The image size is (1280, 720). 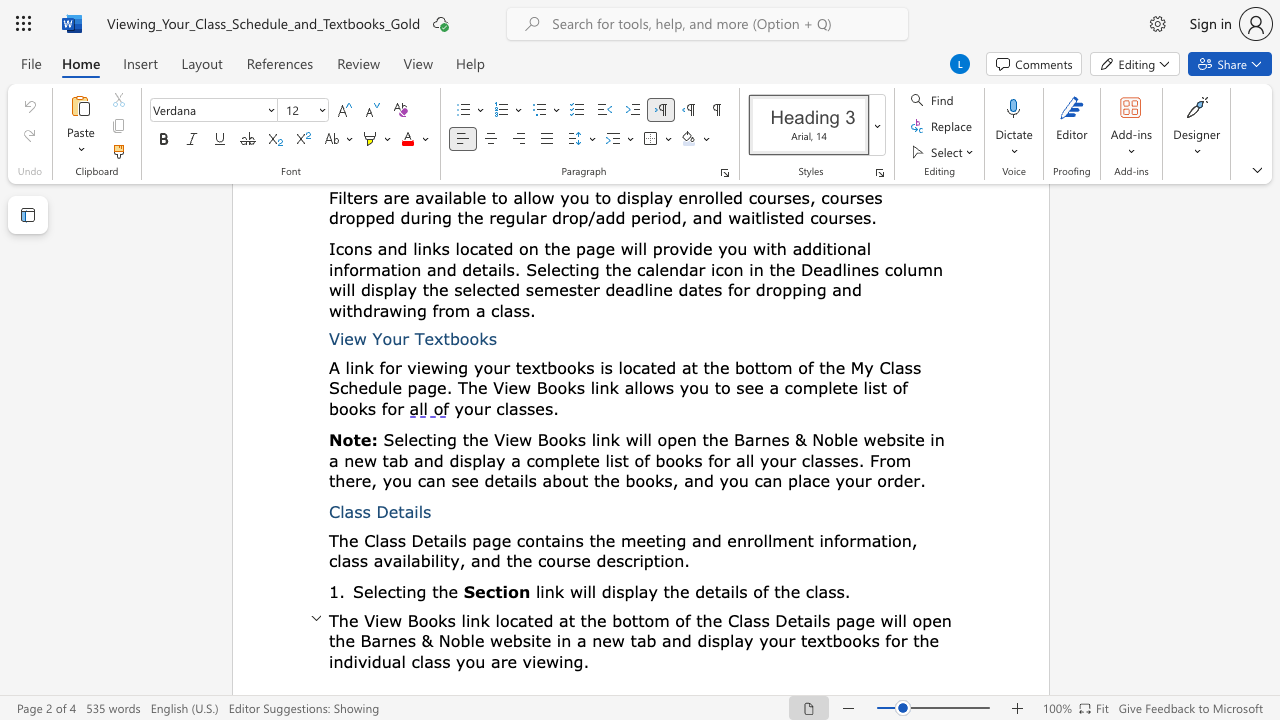 I want to click on the 2th character "e" in the text, so click(x=427, y=540).